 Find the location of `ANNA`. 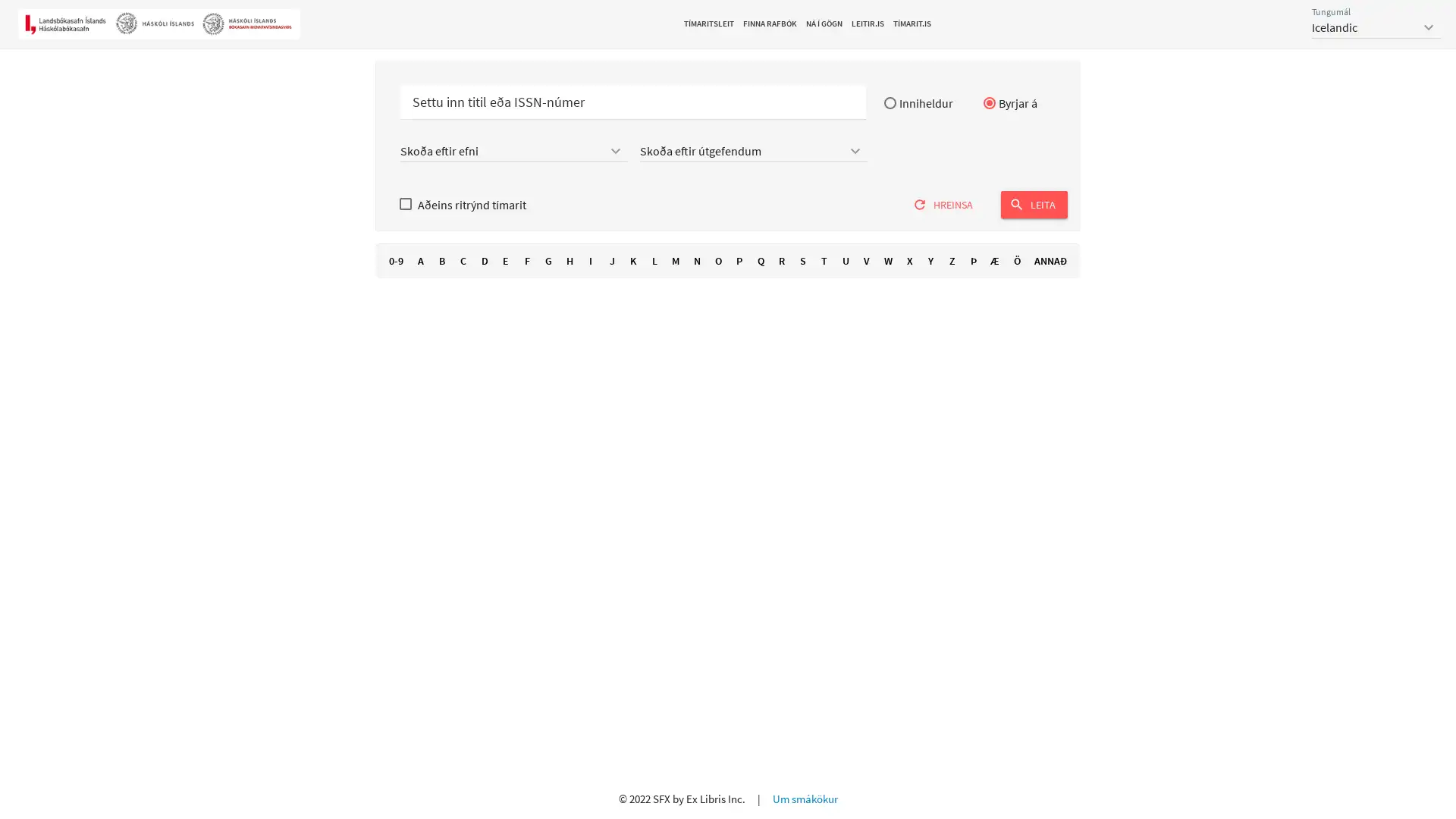

ANNA is located at coordinates (1050, 259).